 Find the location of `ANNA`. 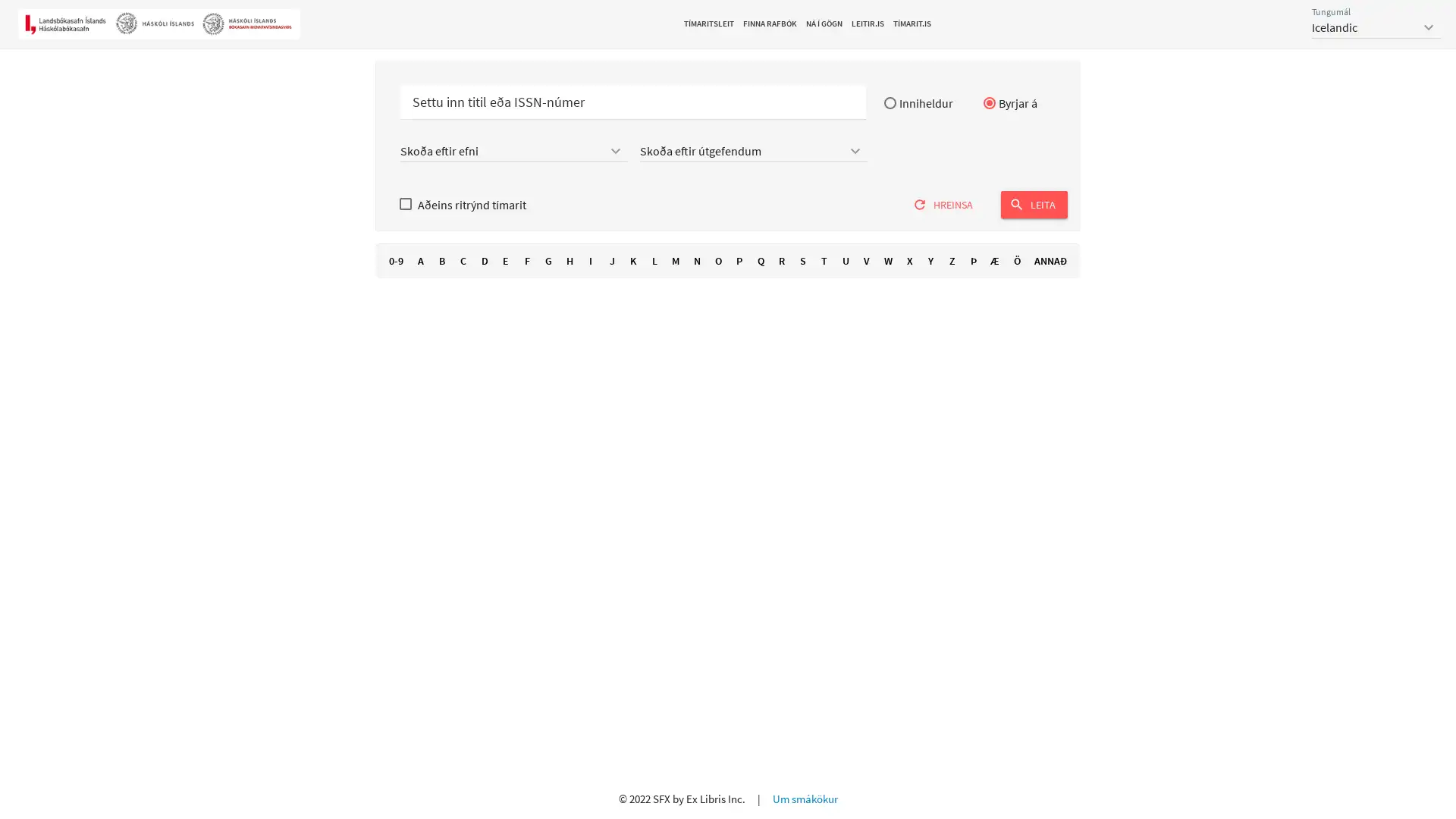

ANNA is located at coordinates (1050, 259).